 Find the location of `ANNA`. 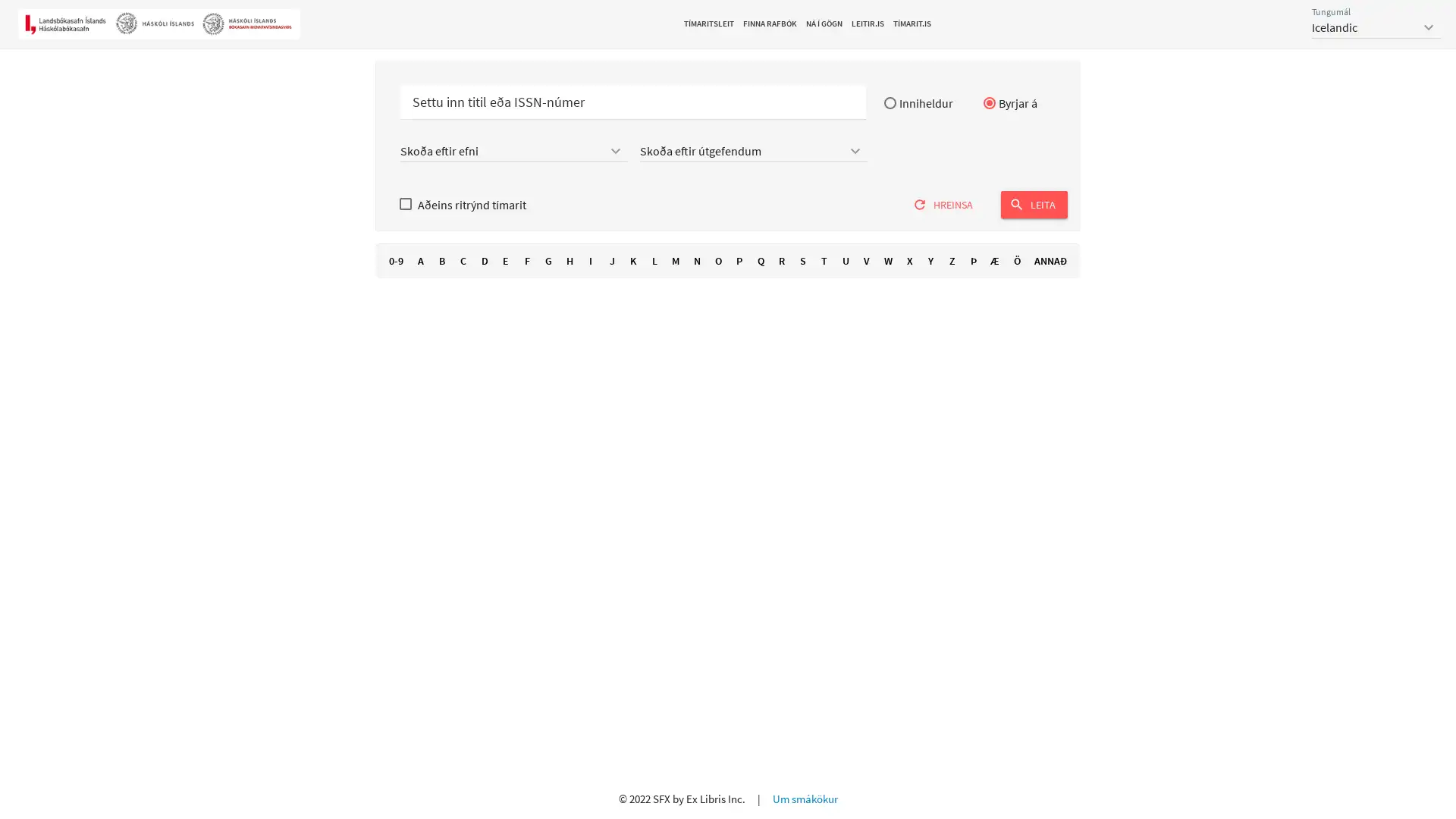

ANNA is located at coordinates (1050, 259).